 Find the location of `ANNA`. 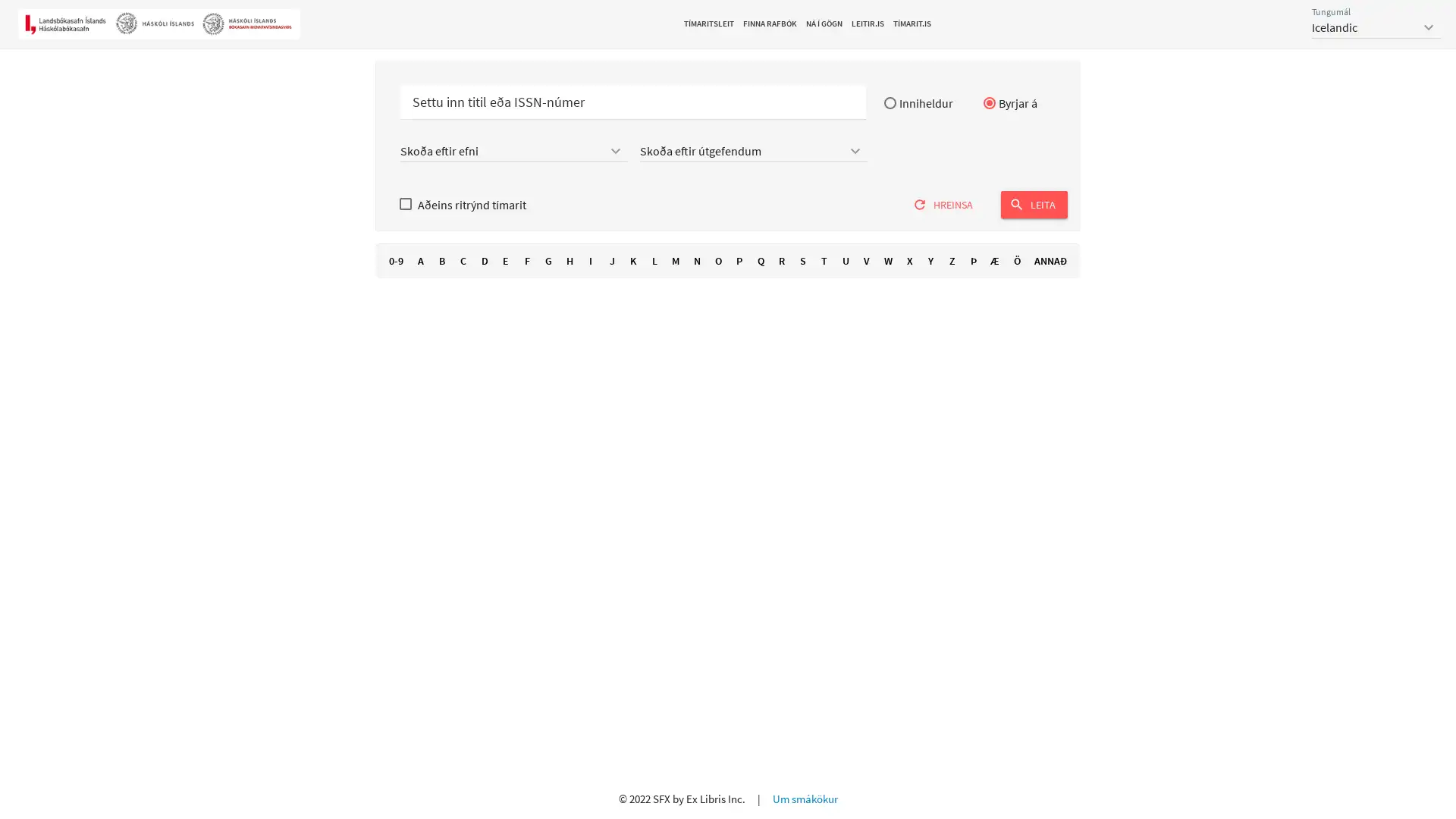

ANNA is located at coordinates (1050, 259).